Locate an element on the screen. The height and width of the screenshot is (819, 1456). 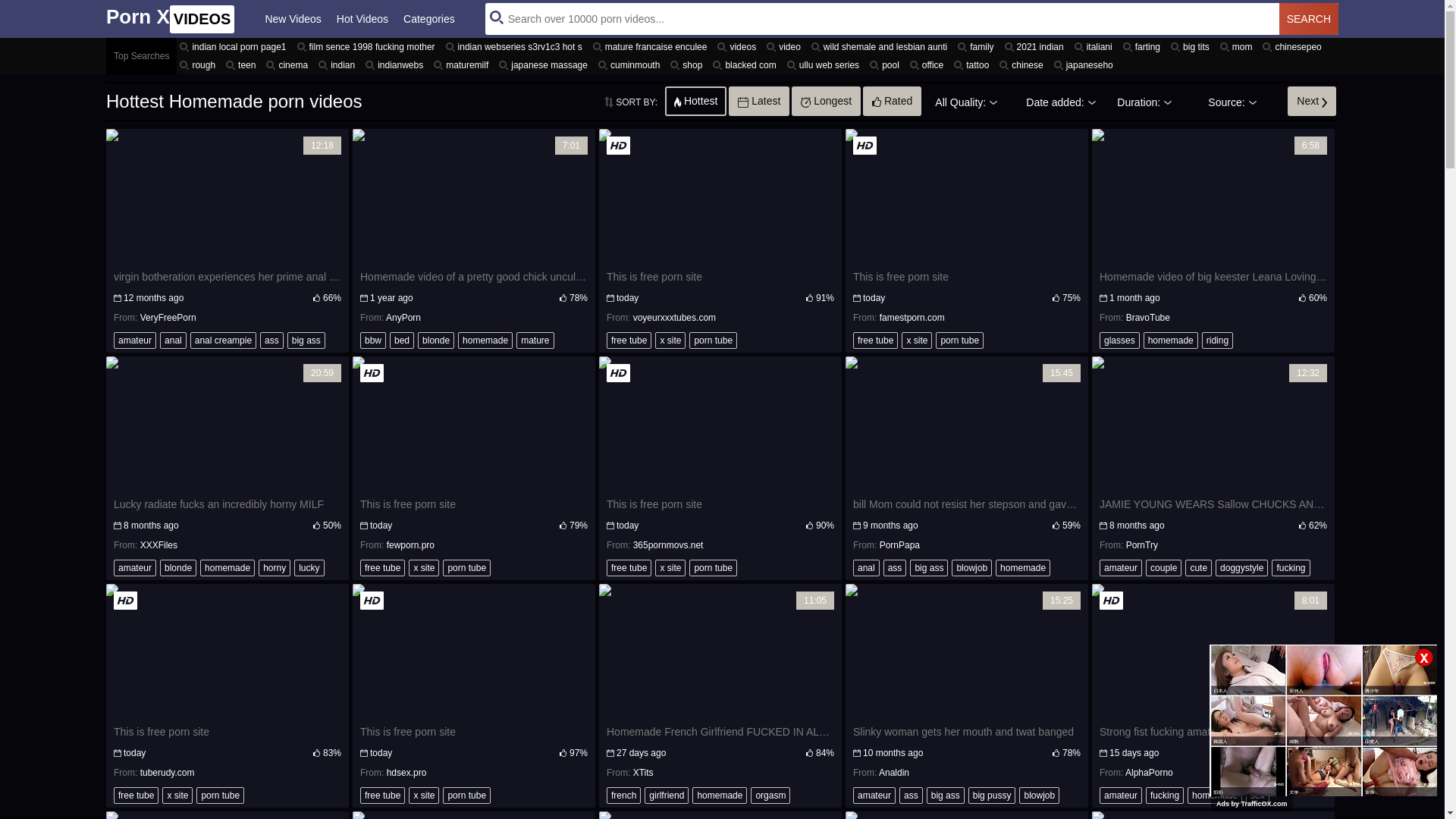
'big pussy' is located at coordinates (992, 795).